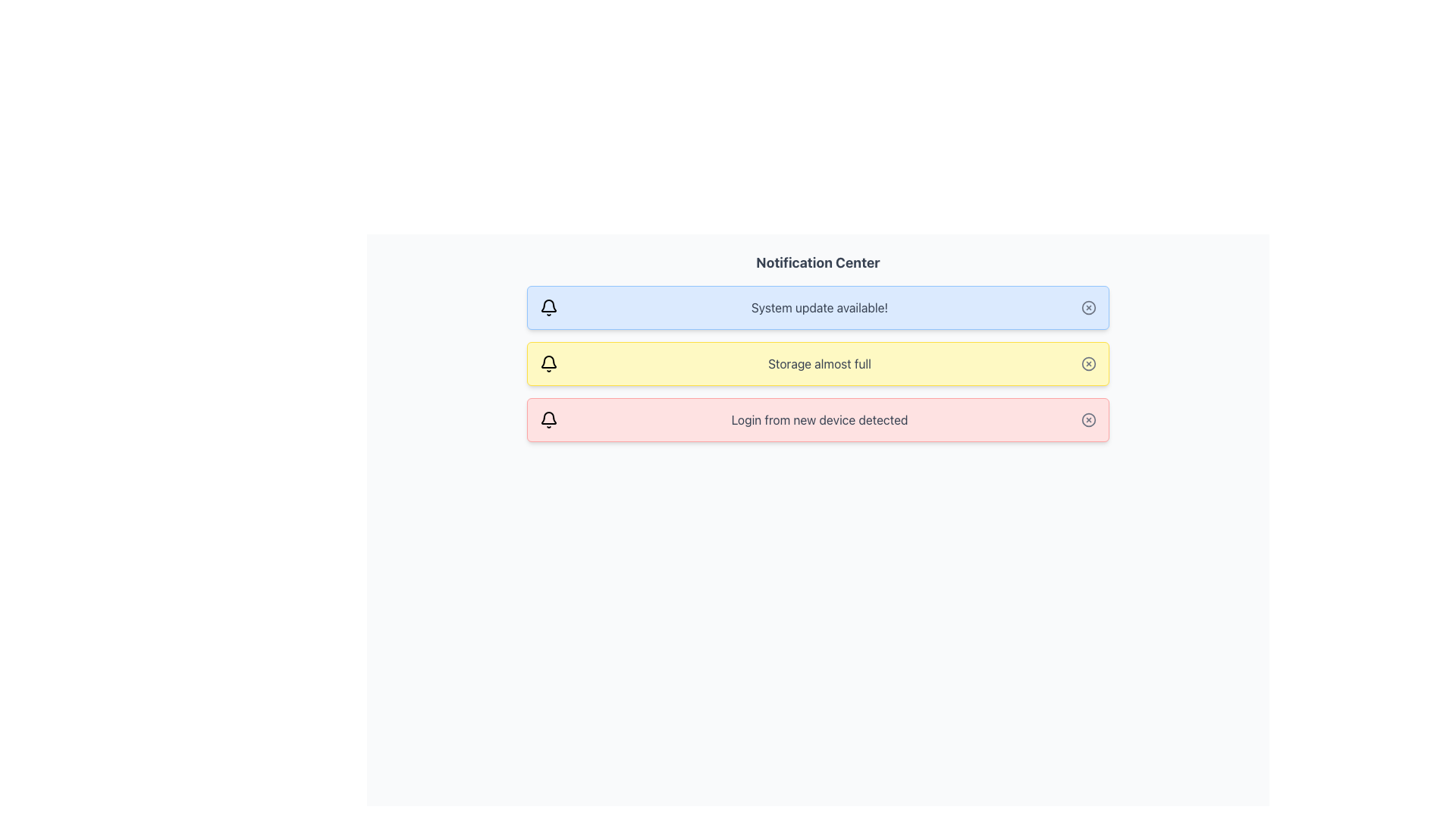 This screenshot has height=819, width=1456. I want to click on the bell icon in the yellow notification bar that indicates 'Storage almost full.' This icon is the first element on the left side of the bar, so click(548, 363).